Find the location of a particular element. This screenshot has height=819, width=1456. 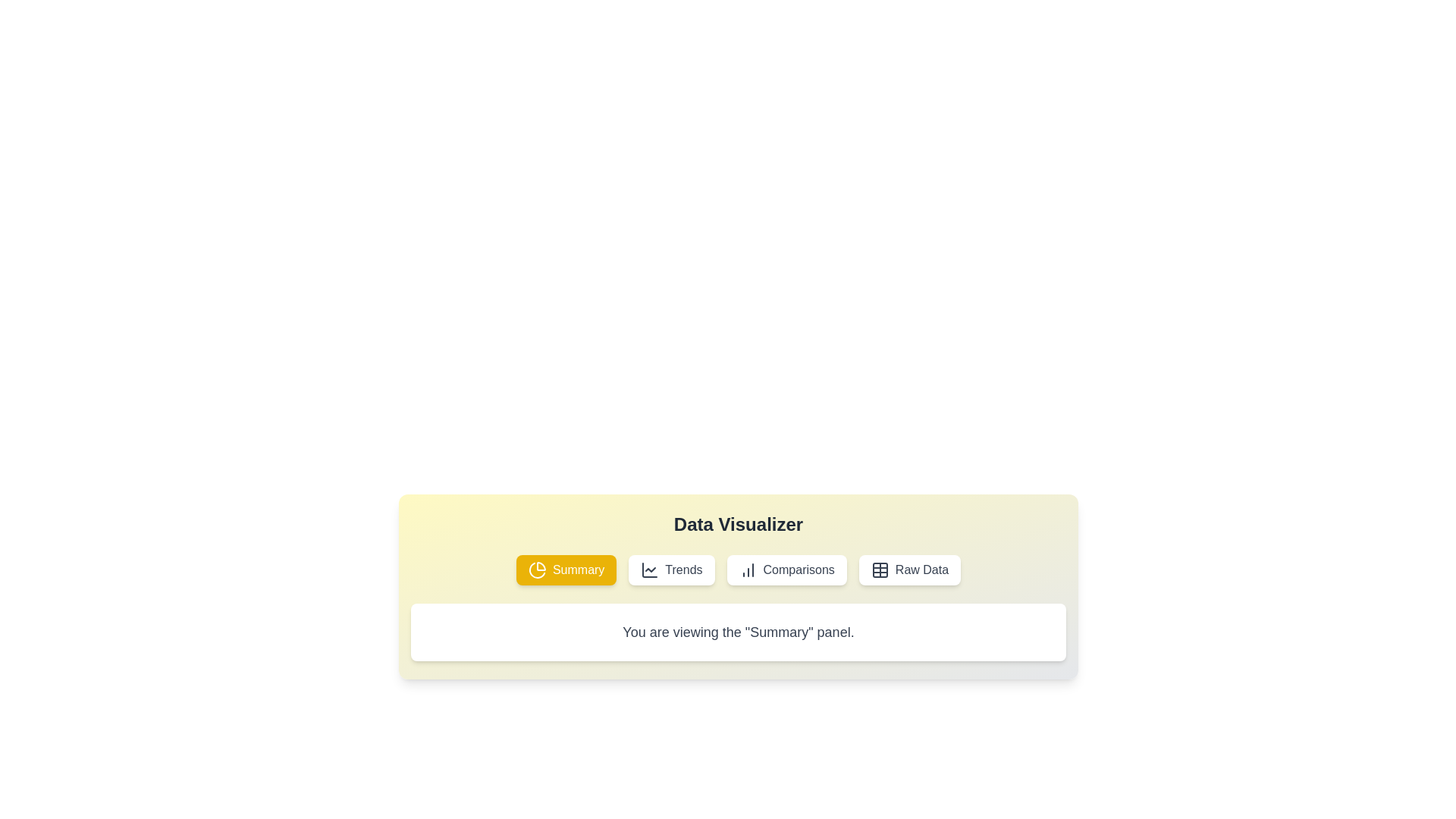

the 'Trends' button located under 'Data Visualizer' is located at coordinates (670, 570).